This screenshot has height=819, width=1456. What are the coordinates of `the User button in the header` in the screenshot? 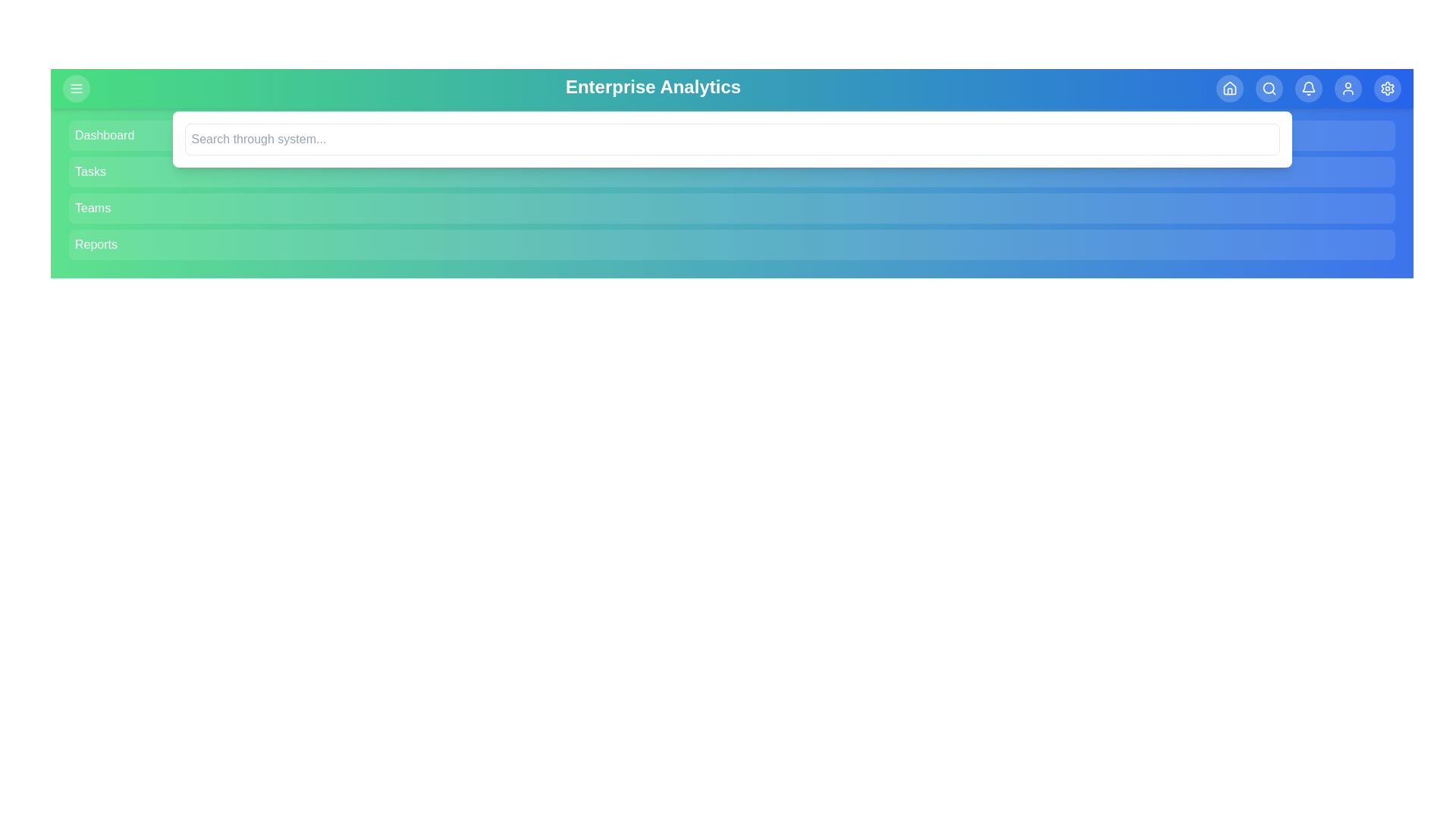 It's located at (1348, 88).